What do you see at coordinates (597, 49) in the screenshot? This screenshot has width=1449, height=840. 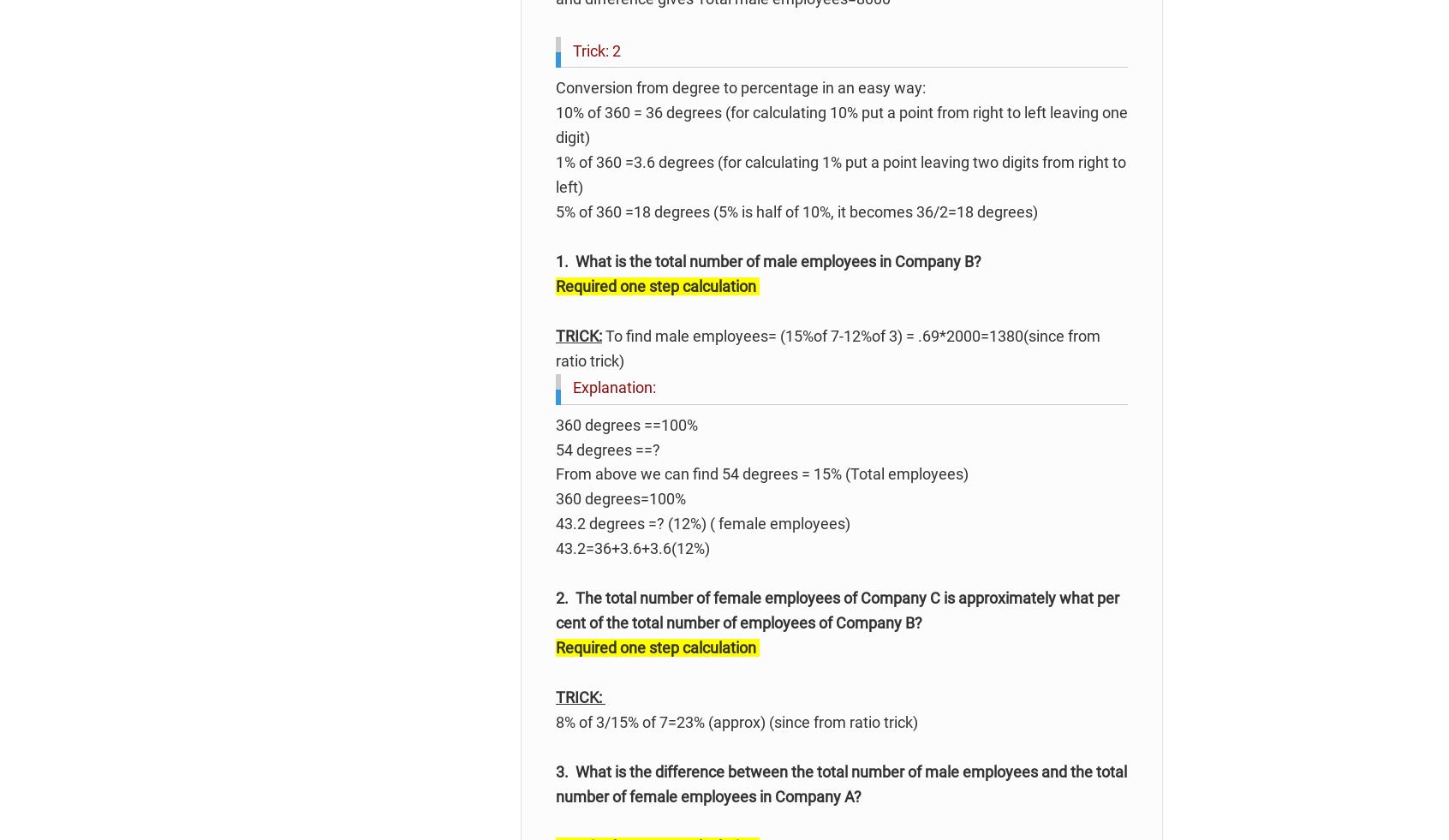 I see `'Trick: 2'` at bounding box center [597, 49].